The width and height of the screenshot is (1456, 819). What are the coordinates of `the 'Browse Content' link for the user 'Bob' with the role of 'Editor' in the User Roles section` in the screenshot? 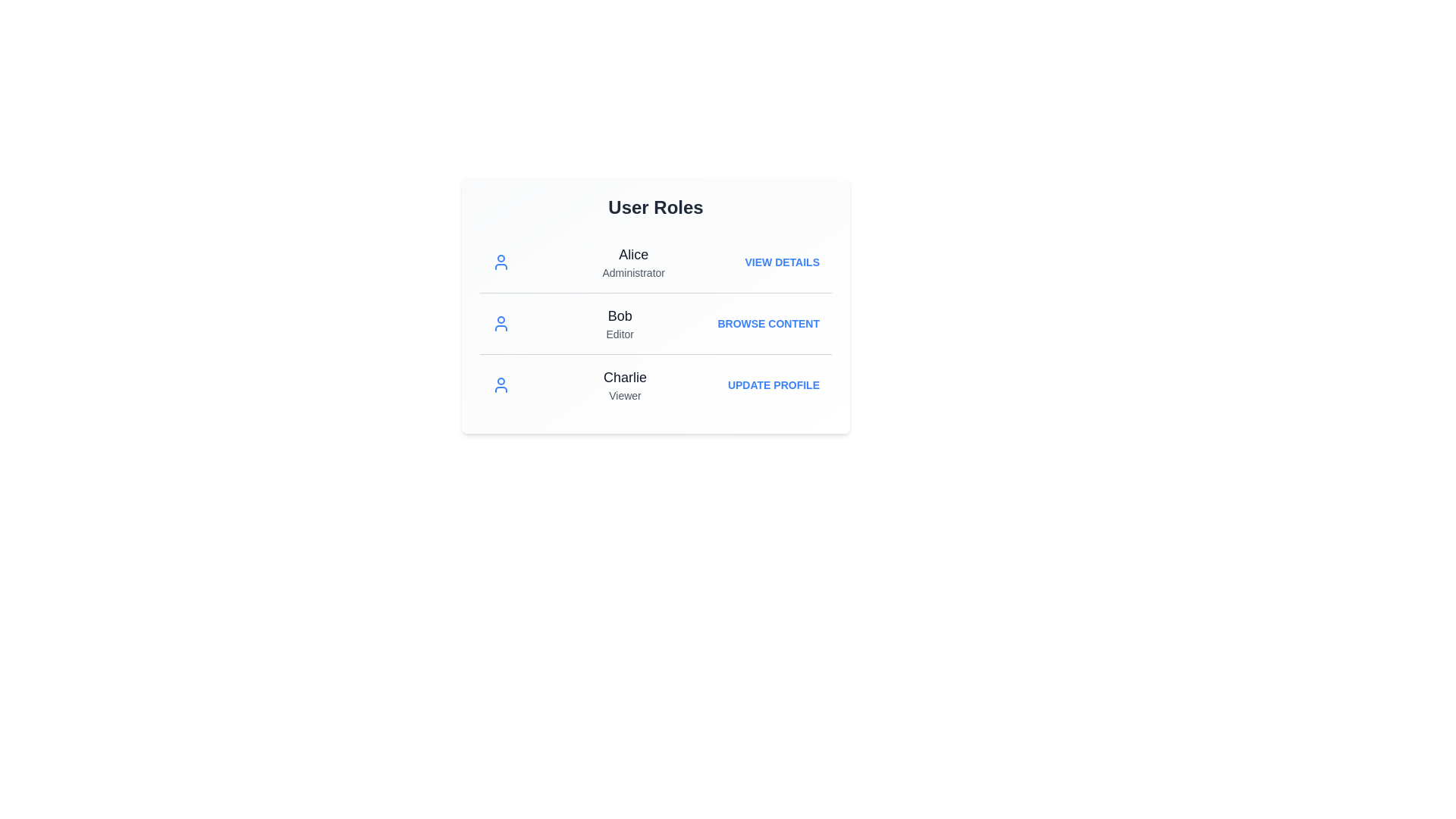 It's located at (655, 322).